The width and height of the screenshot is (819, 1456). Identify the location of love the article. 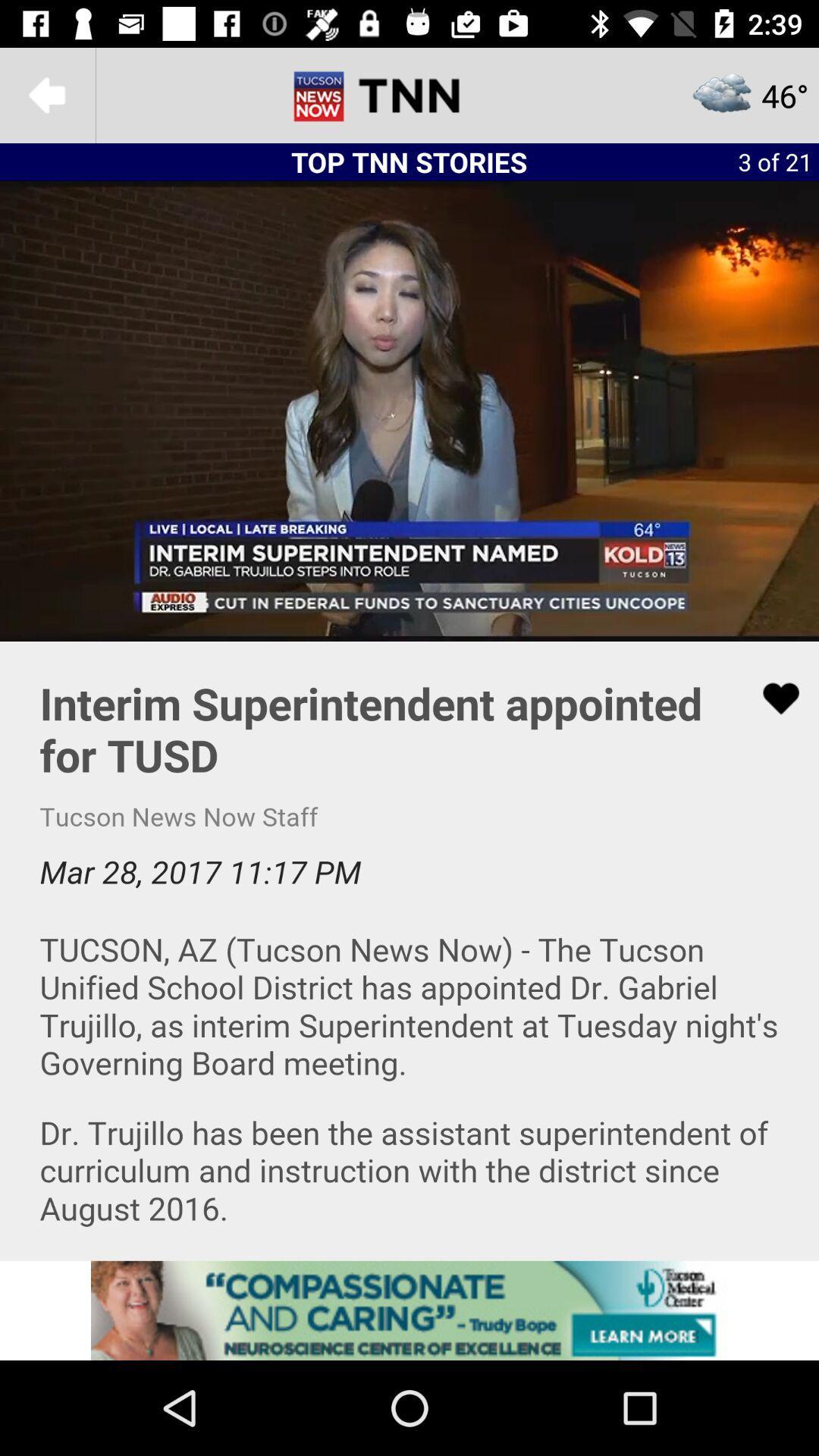
(771, 698).